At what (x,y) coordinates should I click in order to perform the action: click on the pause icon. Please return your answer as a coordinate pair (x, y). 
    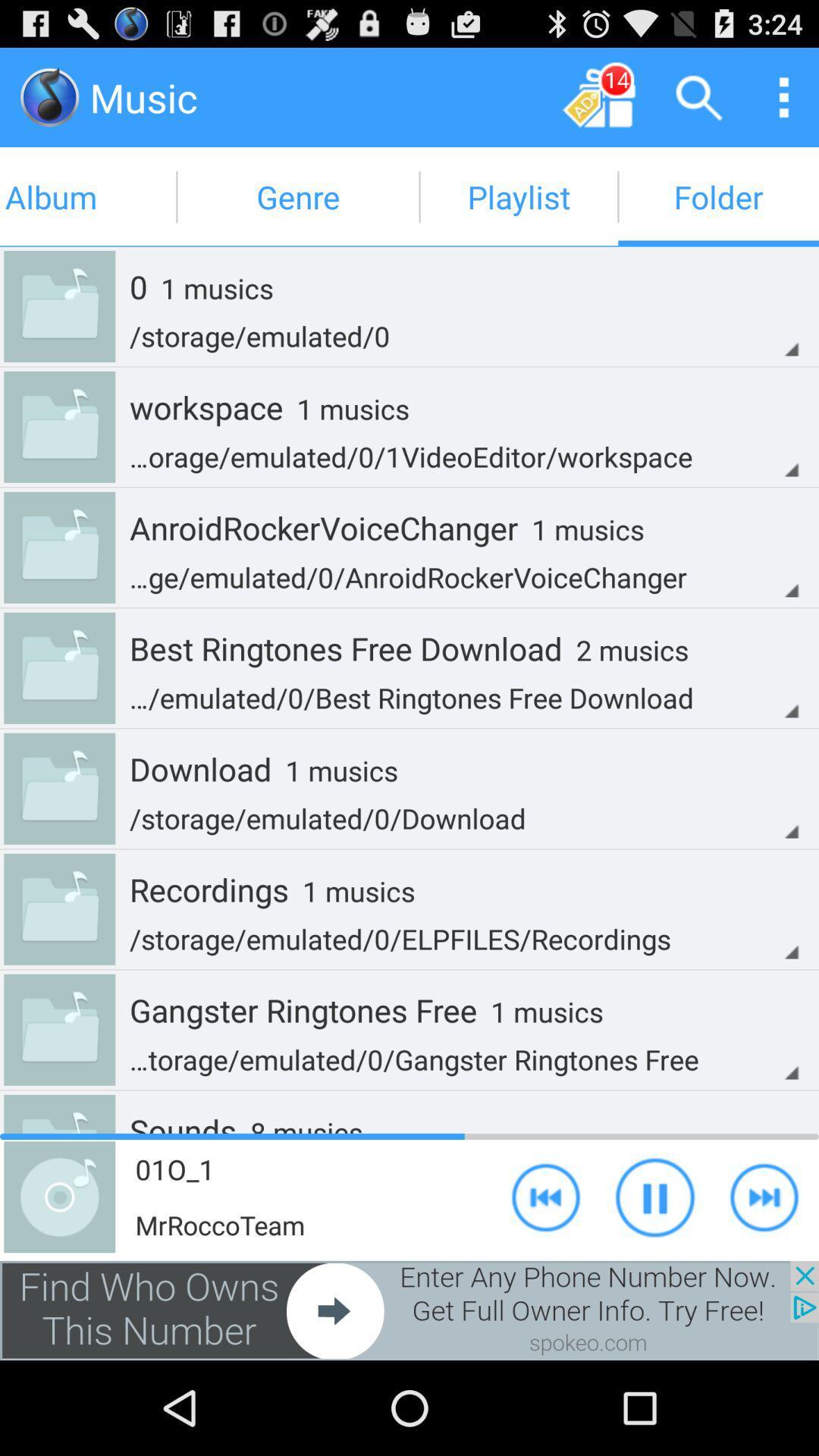
    Looking at the image, I should click on (654, 1280).